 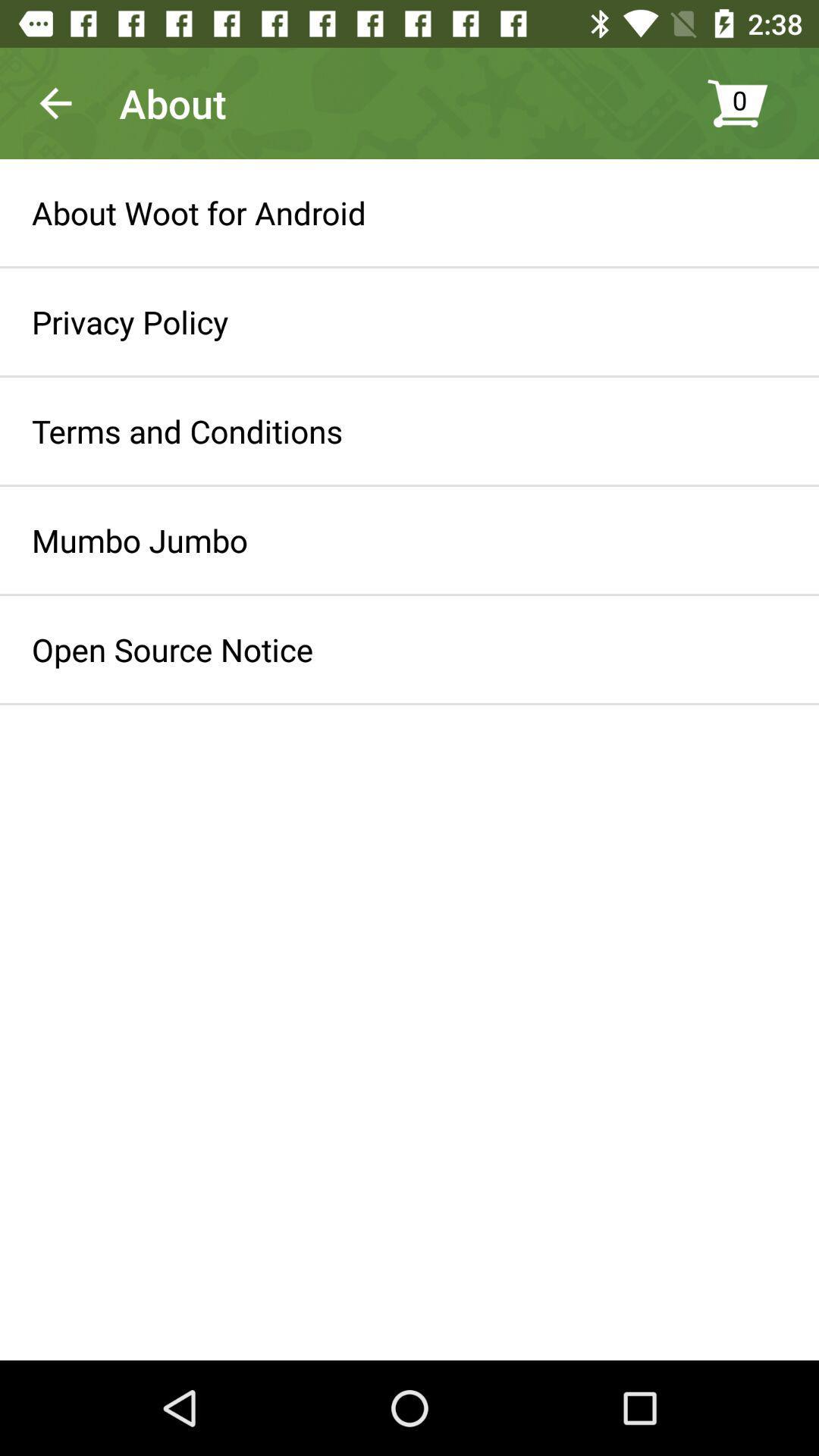 I want to click on icon above the privacy policy item, so click(x=198, y=212).